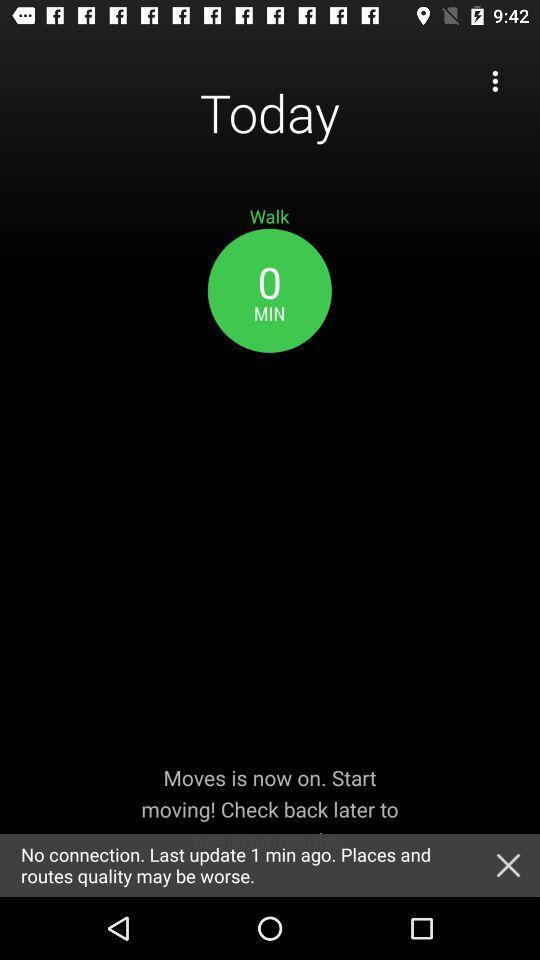 The height and width of the screenshot is (960, 540). What do you see at coordinates (494, 81) in the screenshot?
I see `the more icon` at bounding box center [494, 81].